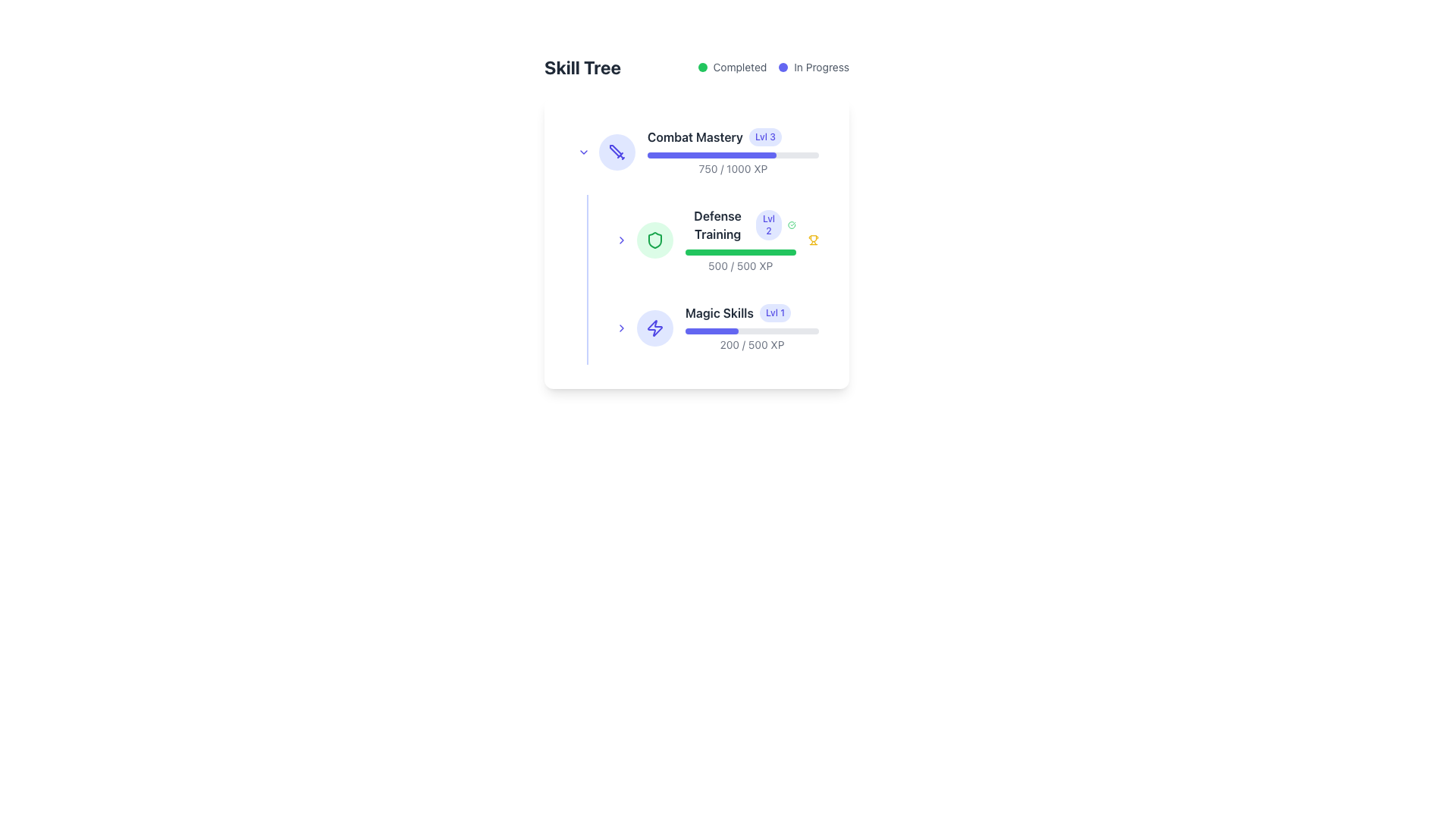  Describe the element at coordinates (773, 66) in the screenshot. I see `the status indicator component located in the top-right section of the 'Skill Tree' header, which indicates 'Completed' and 'In Progress' with color-coded markers` at that location.